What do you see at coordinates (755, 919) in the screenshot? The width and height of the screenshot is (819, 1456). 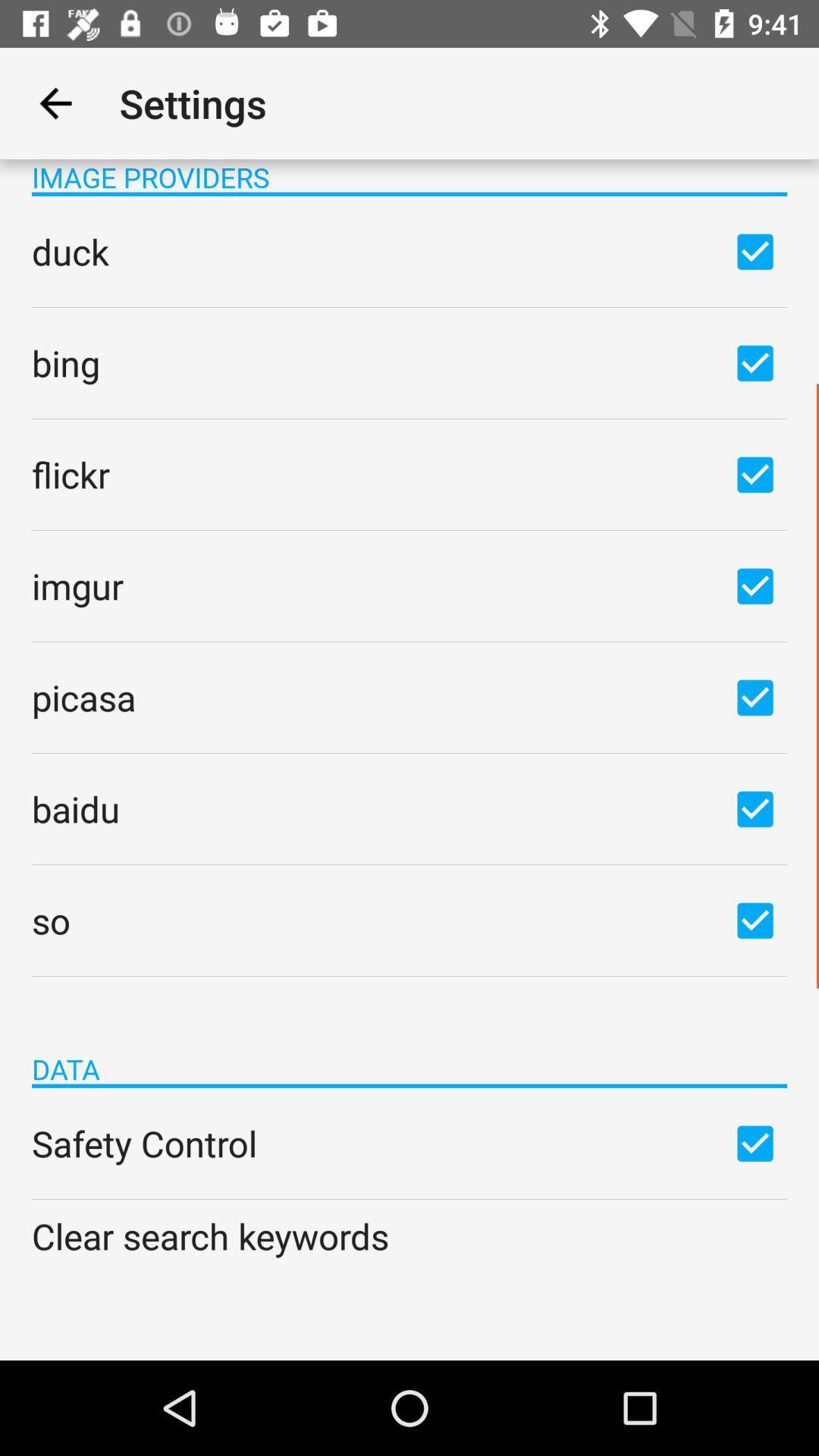 I see `so` at bounding box center [755, 919].